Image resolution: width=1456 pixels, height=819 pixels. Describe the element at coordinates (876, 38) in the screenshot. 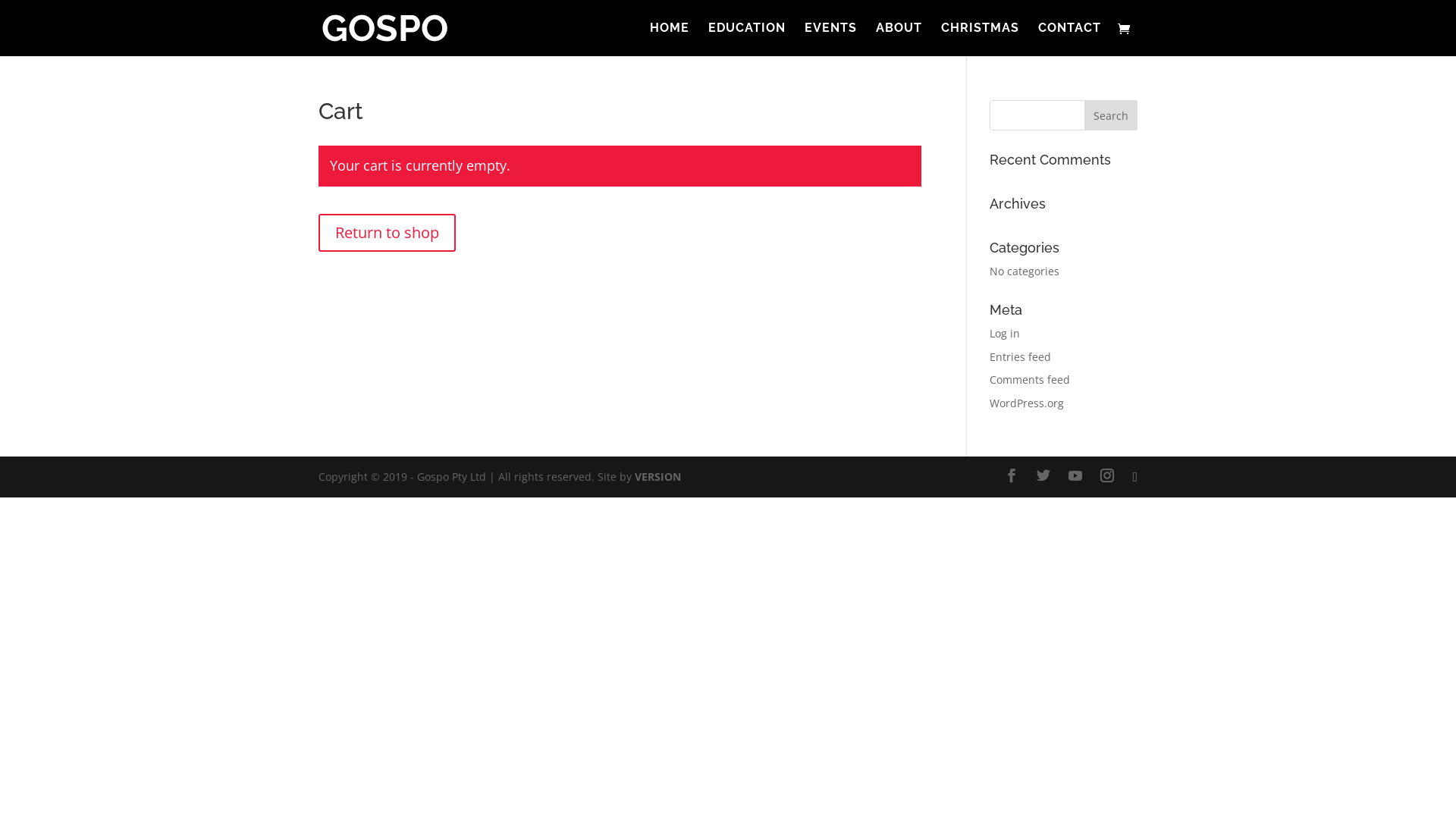

I see `'ABOUT'` at that location.